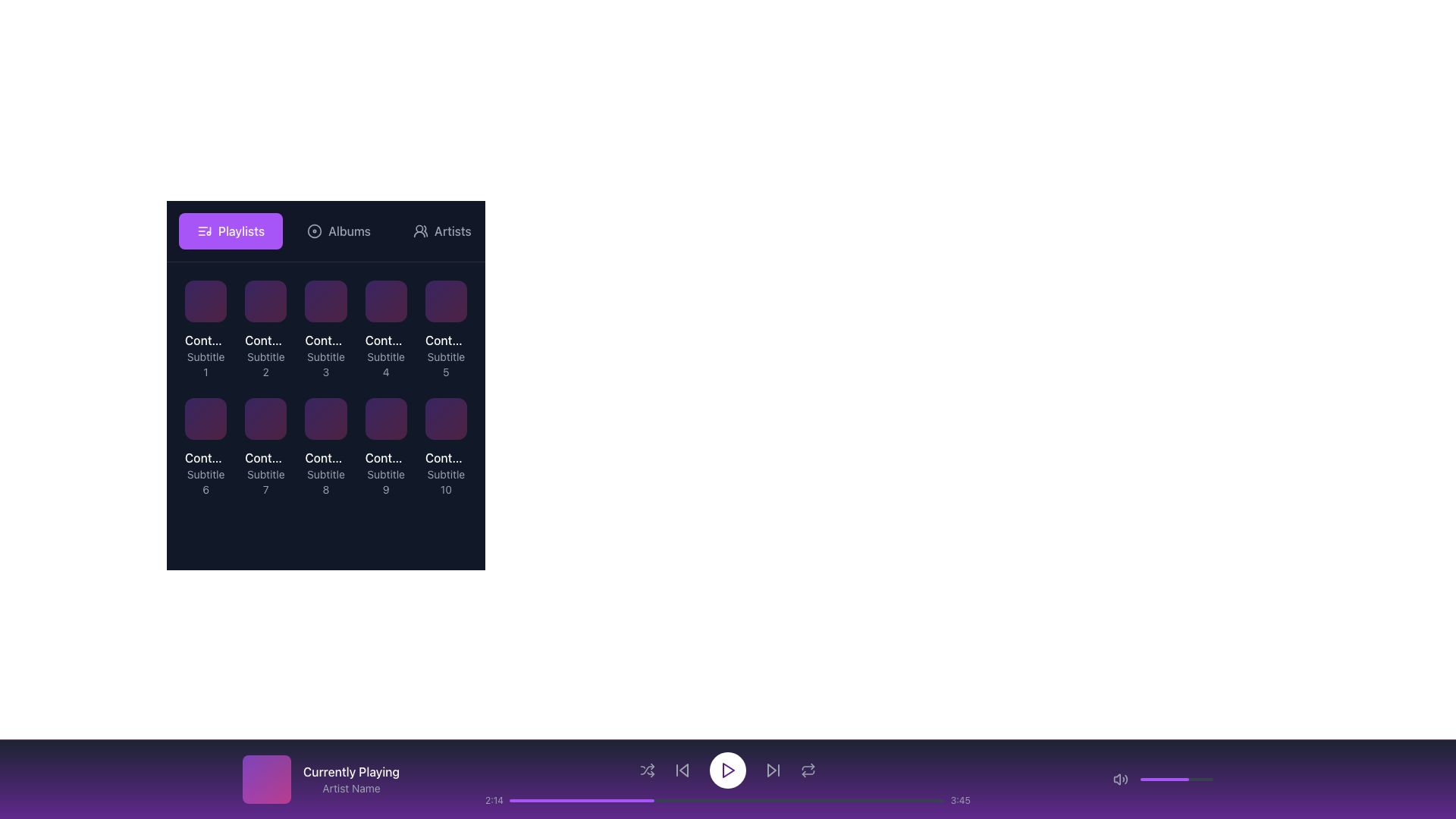 Image resolution: width=1456 pixels, height=819 pixels. I want to click on the triangular-shaped 'Play' button icon, which is outlined in purple and located at the center of the bottom control bar, so click(728, 770).